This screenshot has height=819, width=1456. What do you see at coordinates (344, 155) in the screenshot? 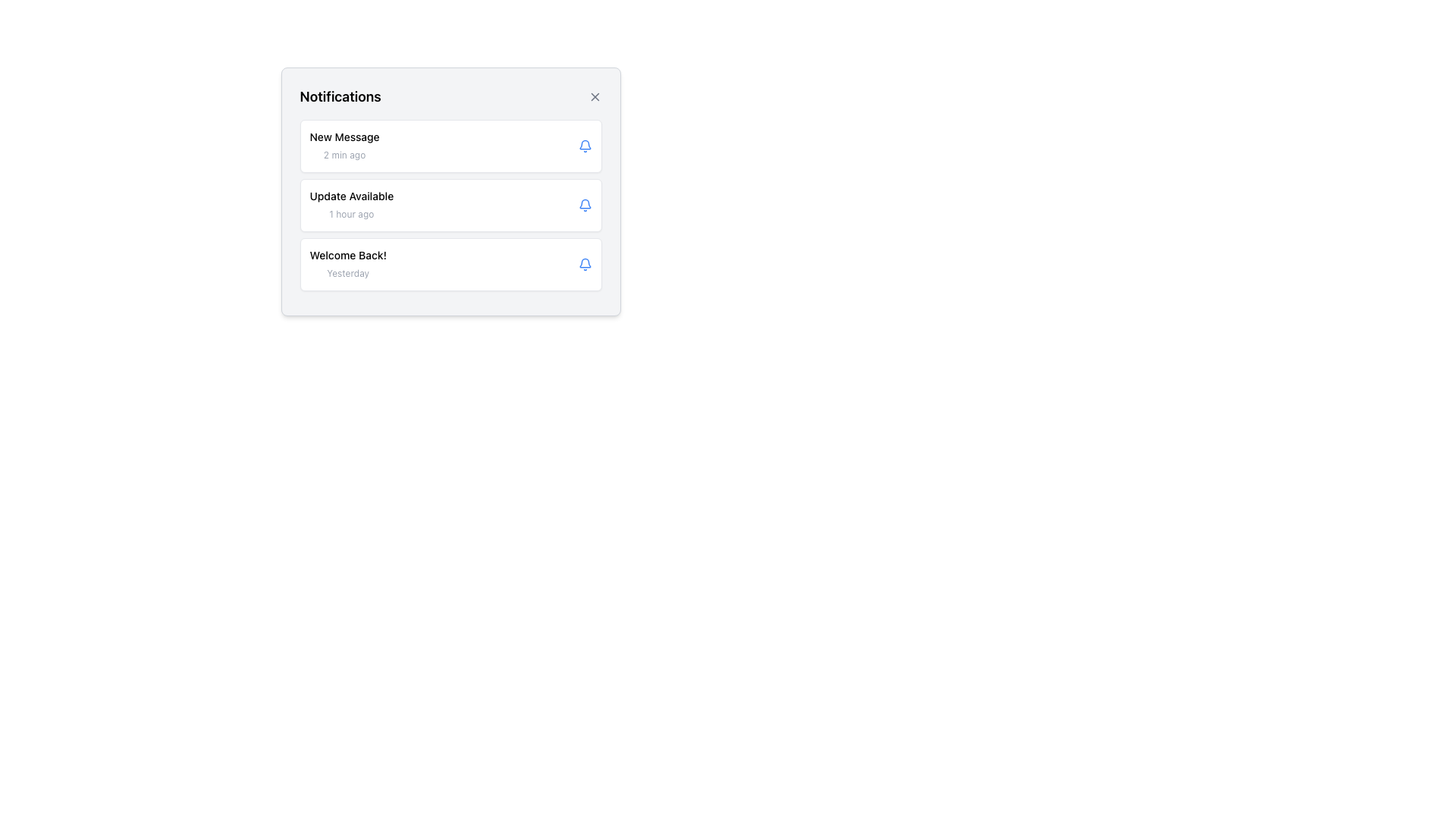
I see `the timestamp text label located beneath the title 'New Message' in the third notification card` at bounding box center [344, 155].